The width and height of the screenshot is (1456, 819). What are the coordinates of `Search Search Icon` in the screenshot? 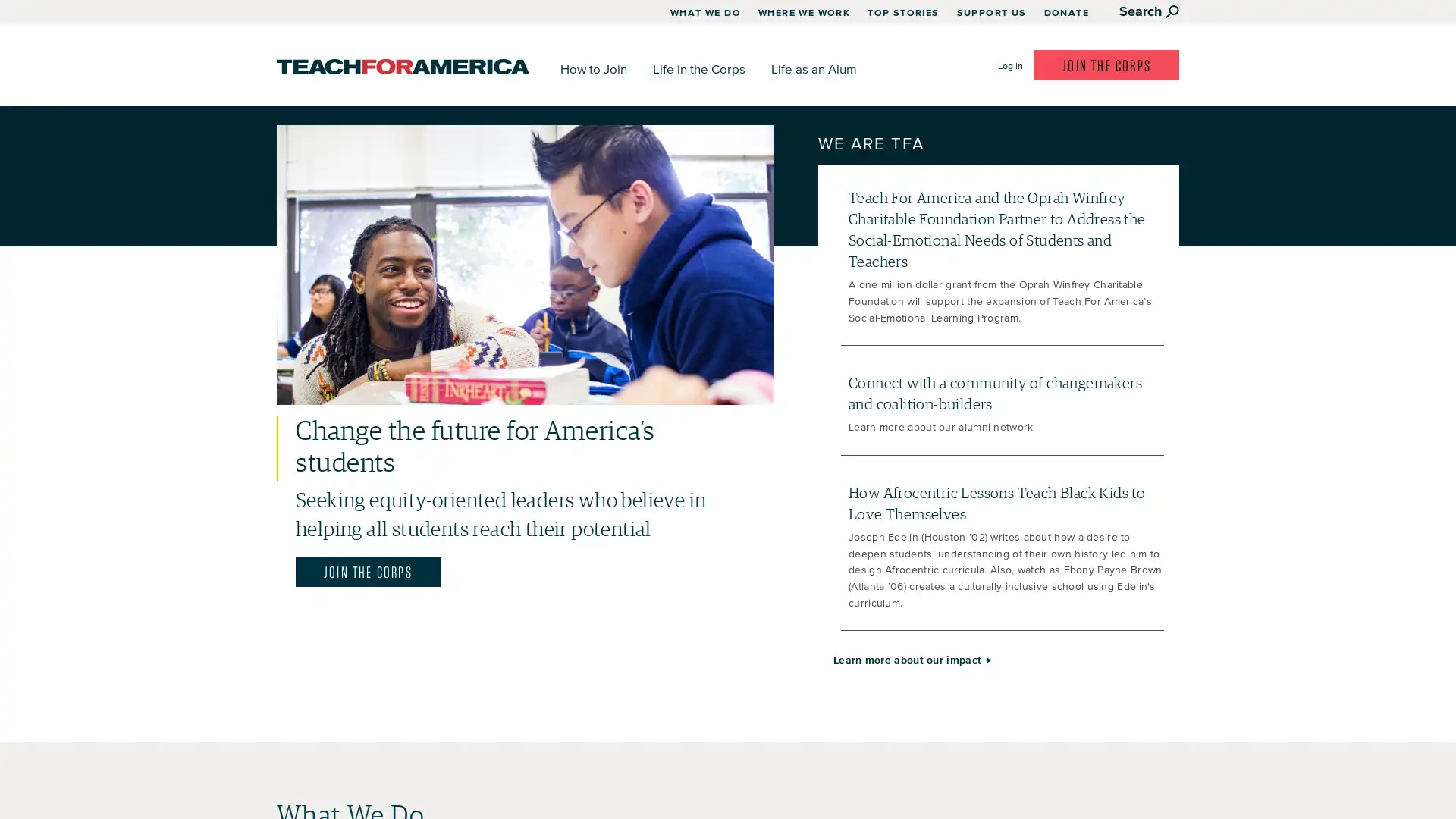 It's located at (1149, 11).